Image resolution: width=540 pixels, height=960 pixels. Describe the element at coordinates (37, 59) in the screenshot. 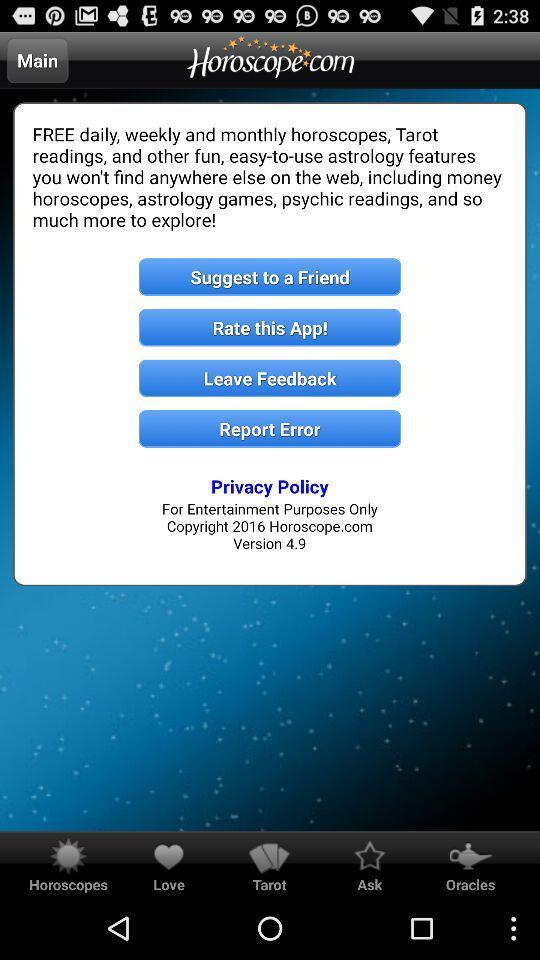

I see `the button at the top left corner` at that location.